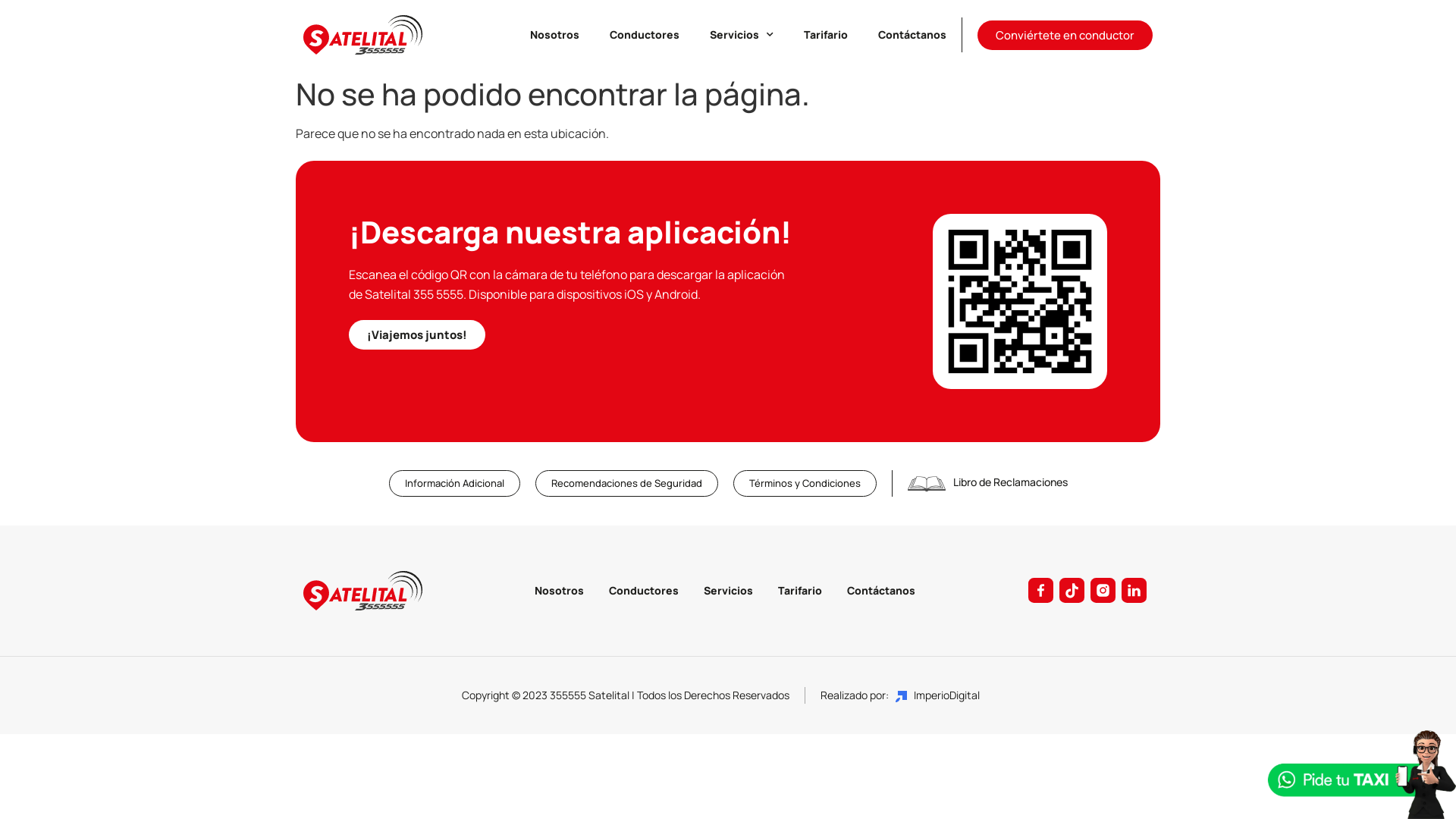 This screenshot has height=819, width=1456. Describe the element at coordinates (799, 589) in the screenshot. I see `'Tarifario'` at that location.